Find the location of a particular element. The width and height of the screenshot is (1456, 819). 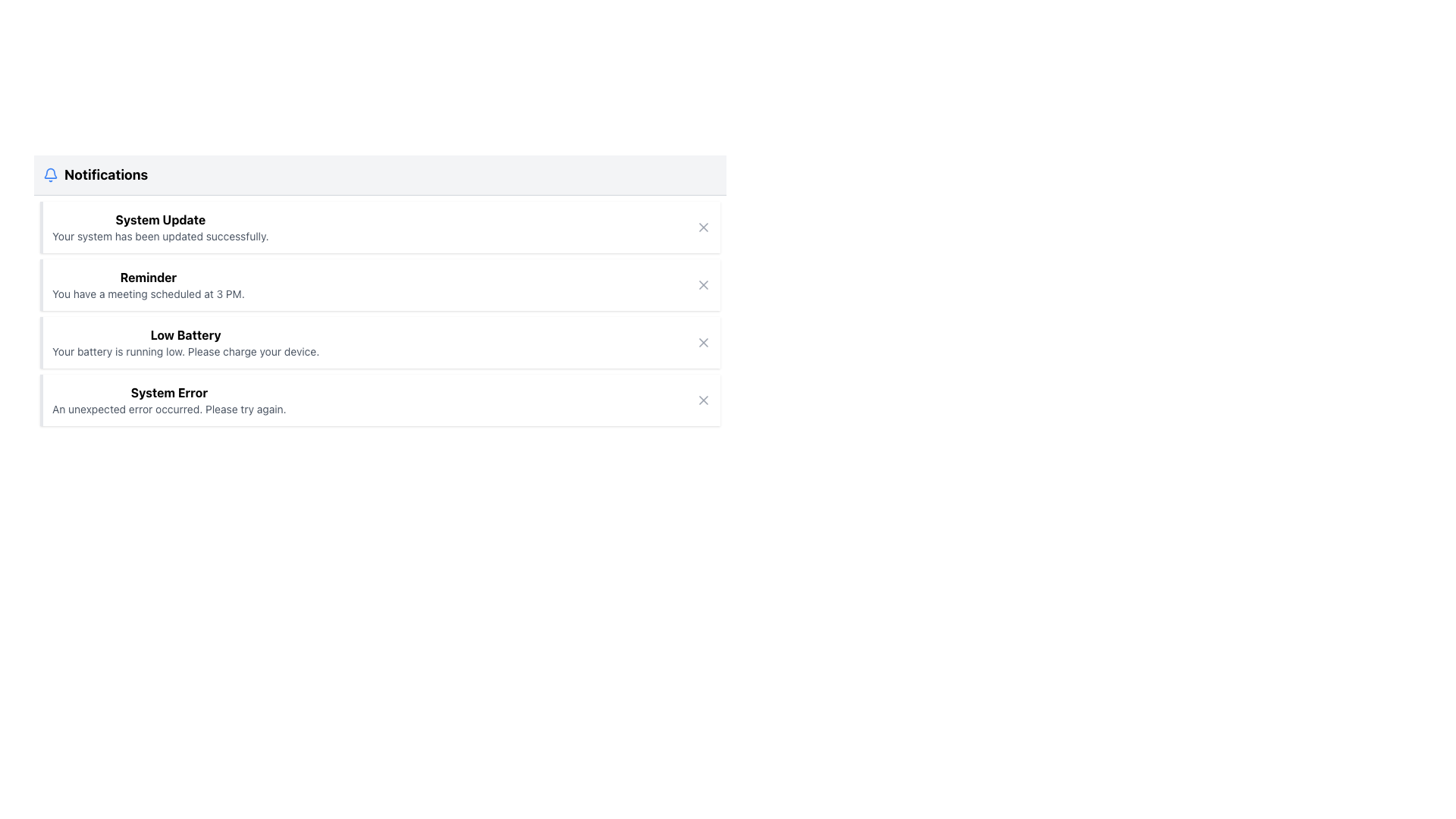

the 'X' icon close button located at the upper-right corner of the notification titled 'Reminder' to potentially reveal a tooltip is located at coordinates (702, 284).